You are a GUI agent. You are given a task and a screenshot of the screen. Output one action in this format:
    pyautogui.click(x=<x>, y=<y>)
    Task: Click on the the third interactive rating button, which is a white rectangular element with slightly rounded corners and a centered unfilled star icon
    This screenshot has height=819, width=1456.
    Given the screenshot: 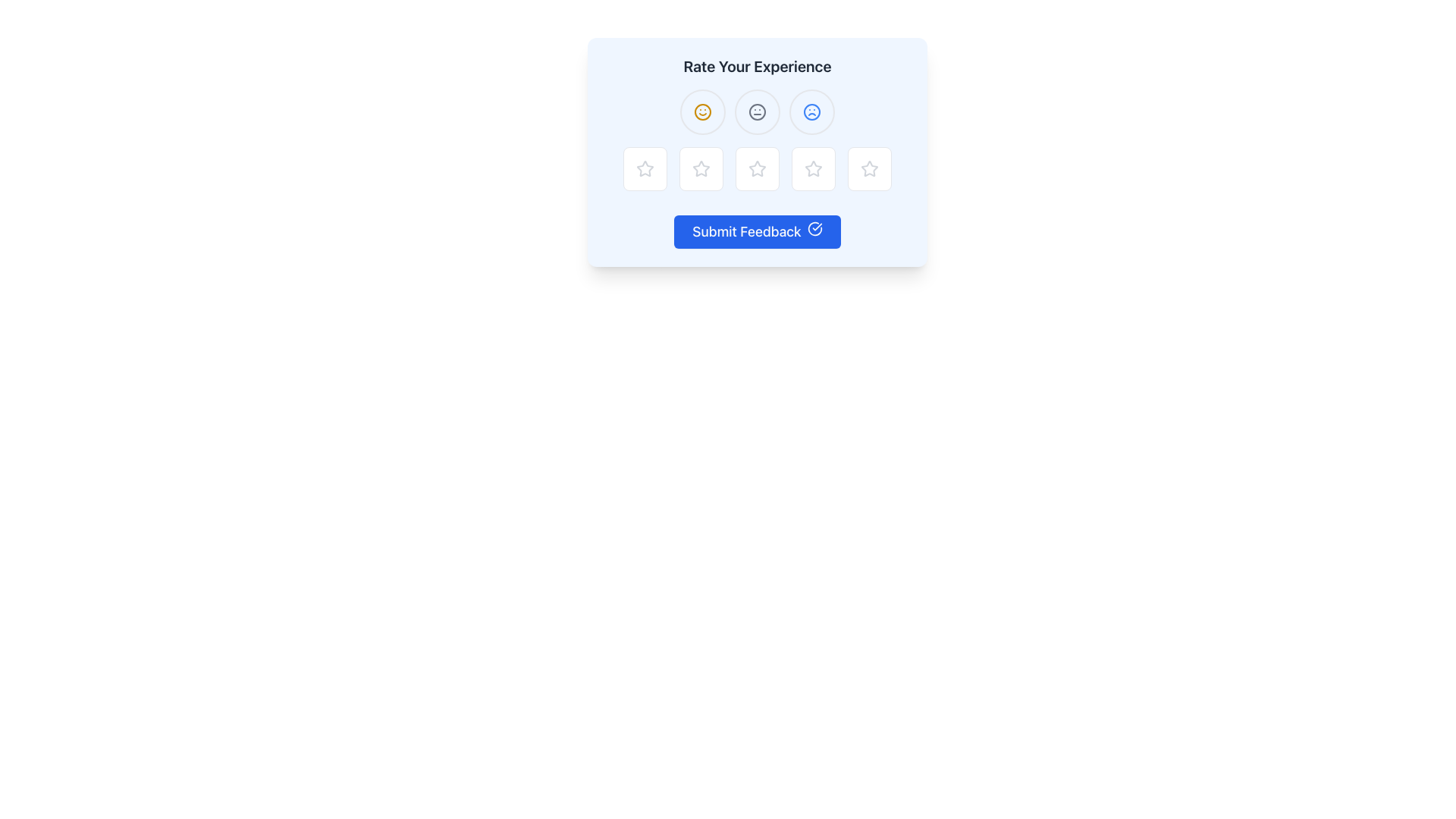 What is the action you would take?
    pyautogui.click(x=757, y=169)
    